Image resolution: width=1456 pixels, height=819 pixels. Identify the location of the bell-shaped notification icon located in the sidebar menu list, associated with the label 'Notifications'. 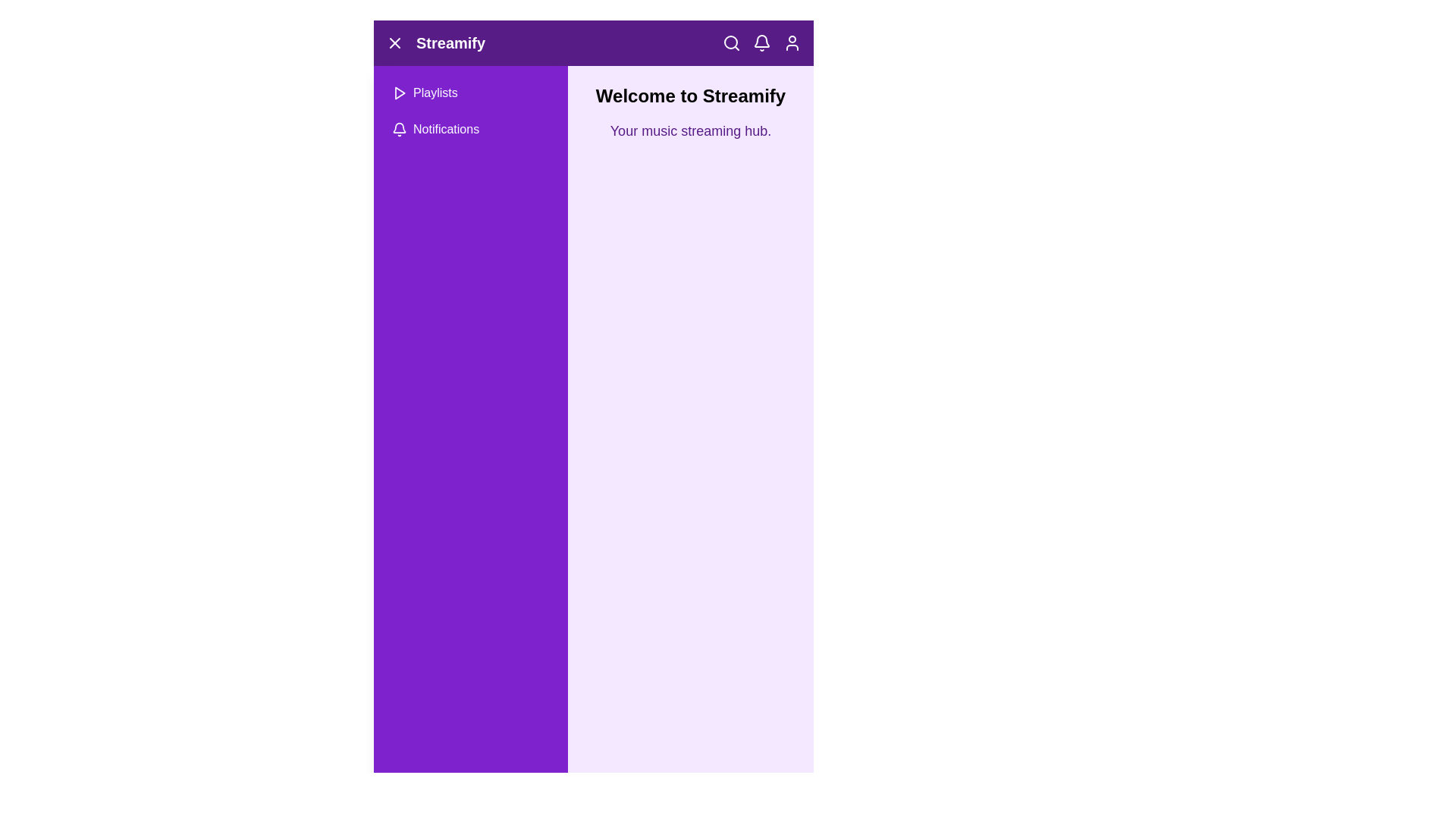
(400, 128).